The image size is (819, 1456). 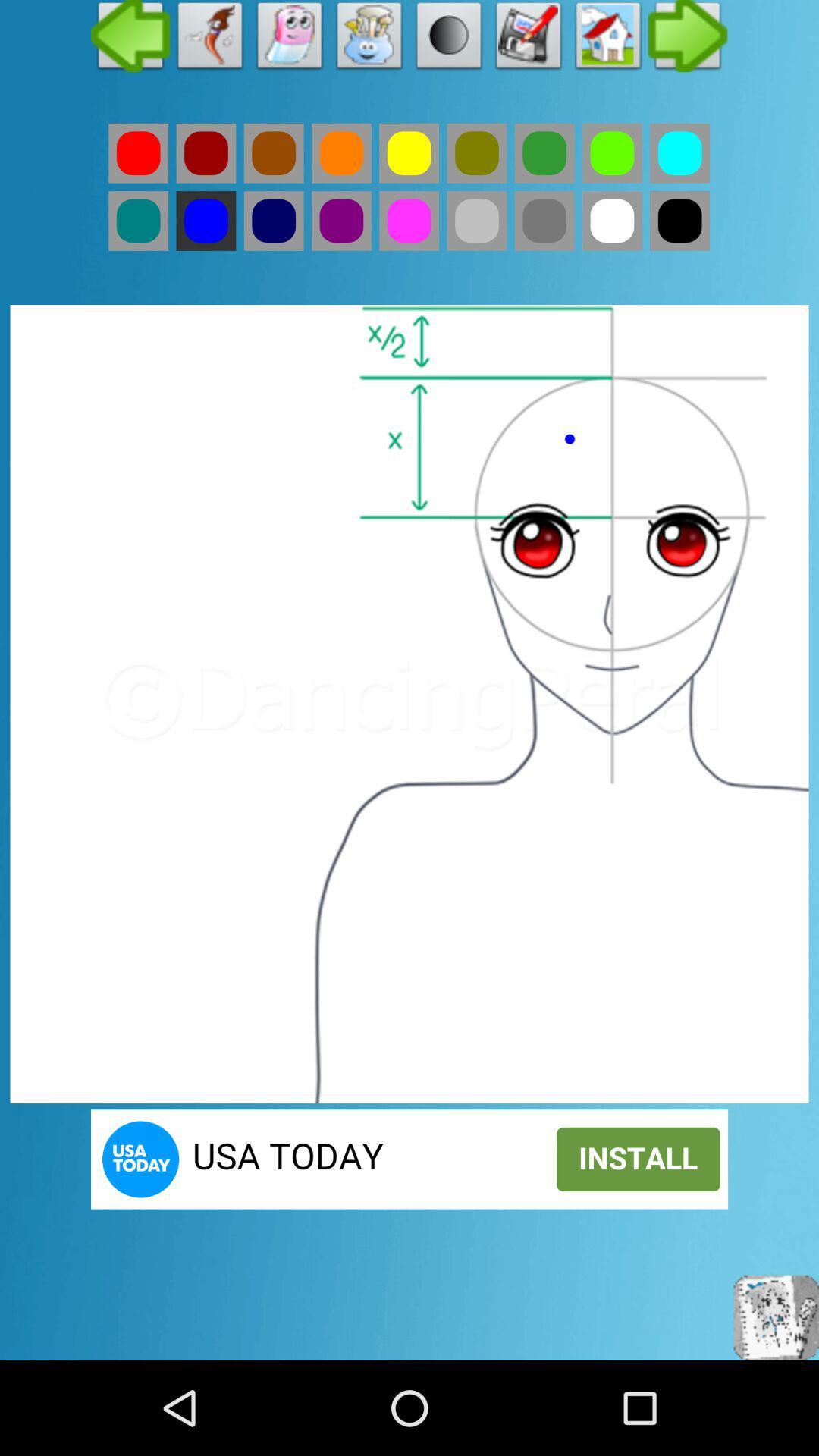 What do you see at coordinates (688, 39) in the screenshot?
I see `see more options` at bounding box center [688, 39].